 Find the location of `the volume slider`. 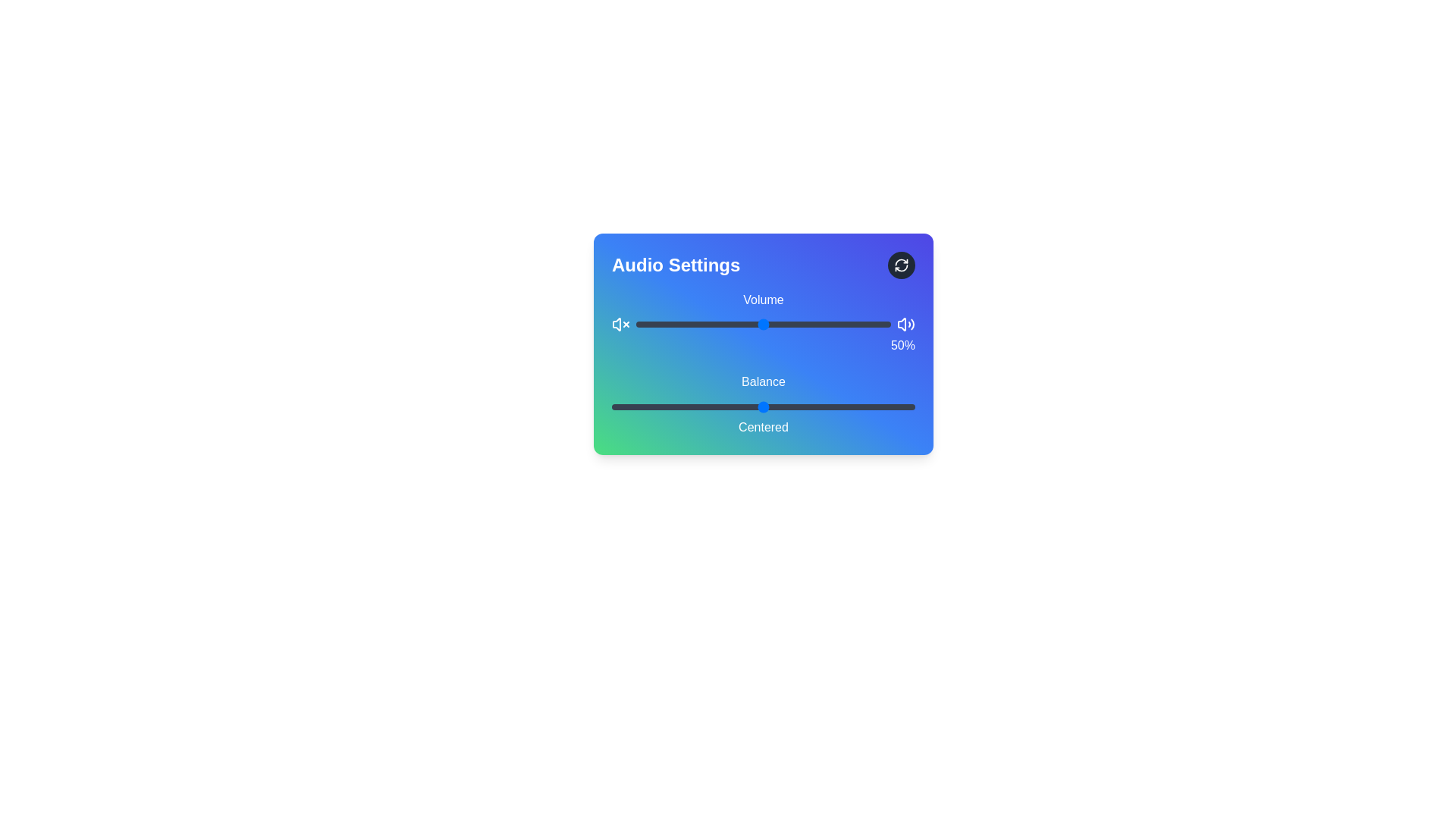

the volume slider is located at coordinates (842, 324).